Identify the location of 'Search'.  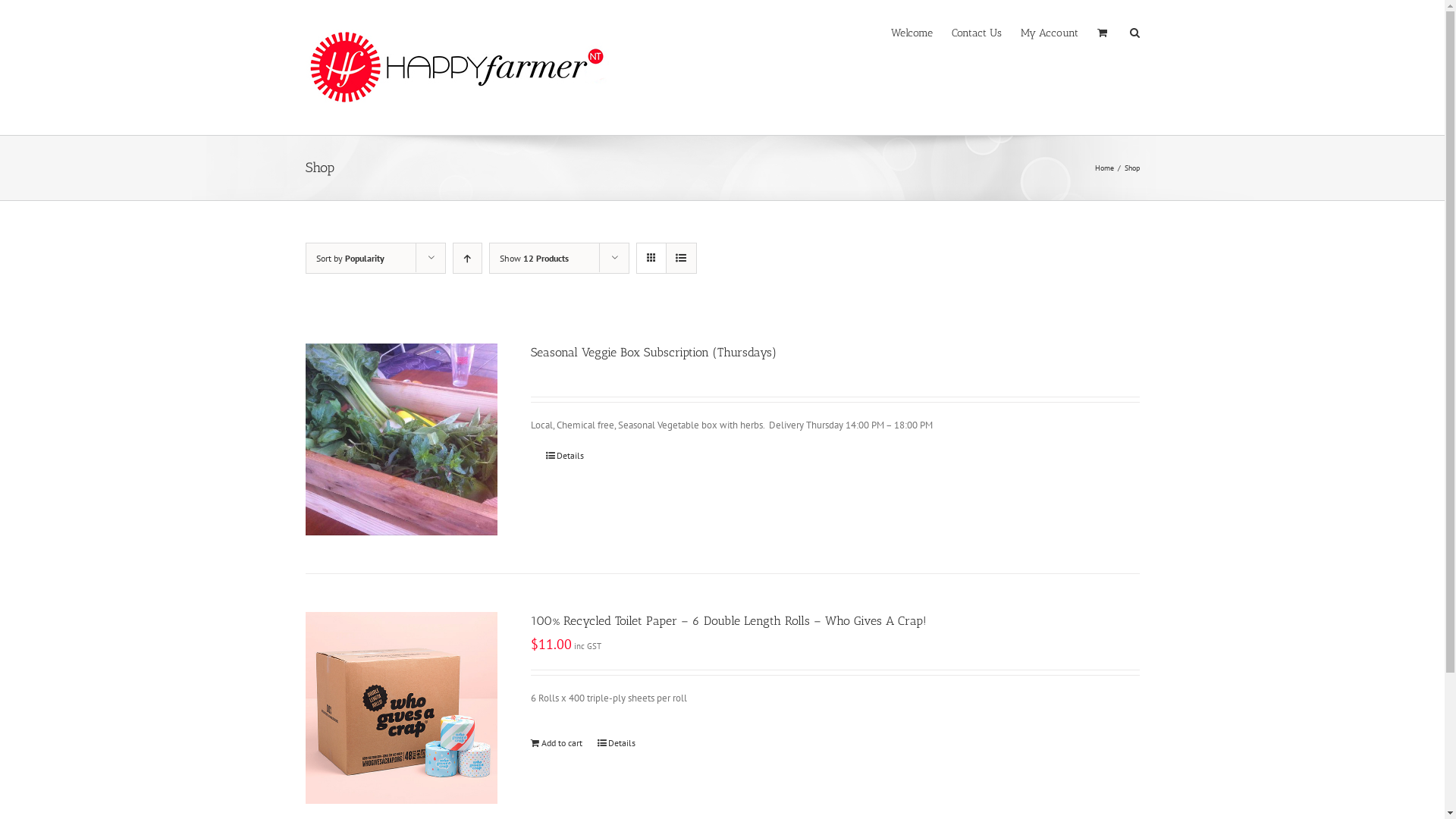
(1134, 32).